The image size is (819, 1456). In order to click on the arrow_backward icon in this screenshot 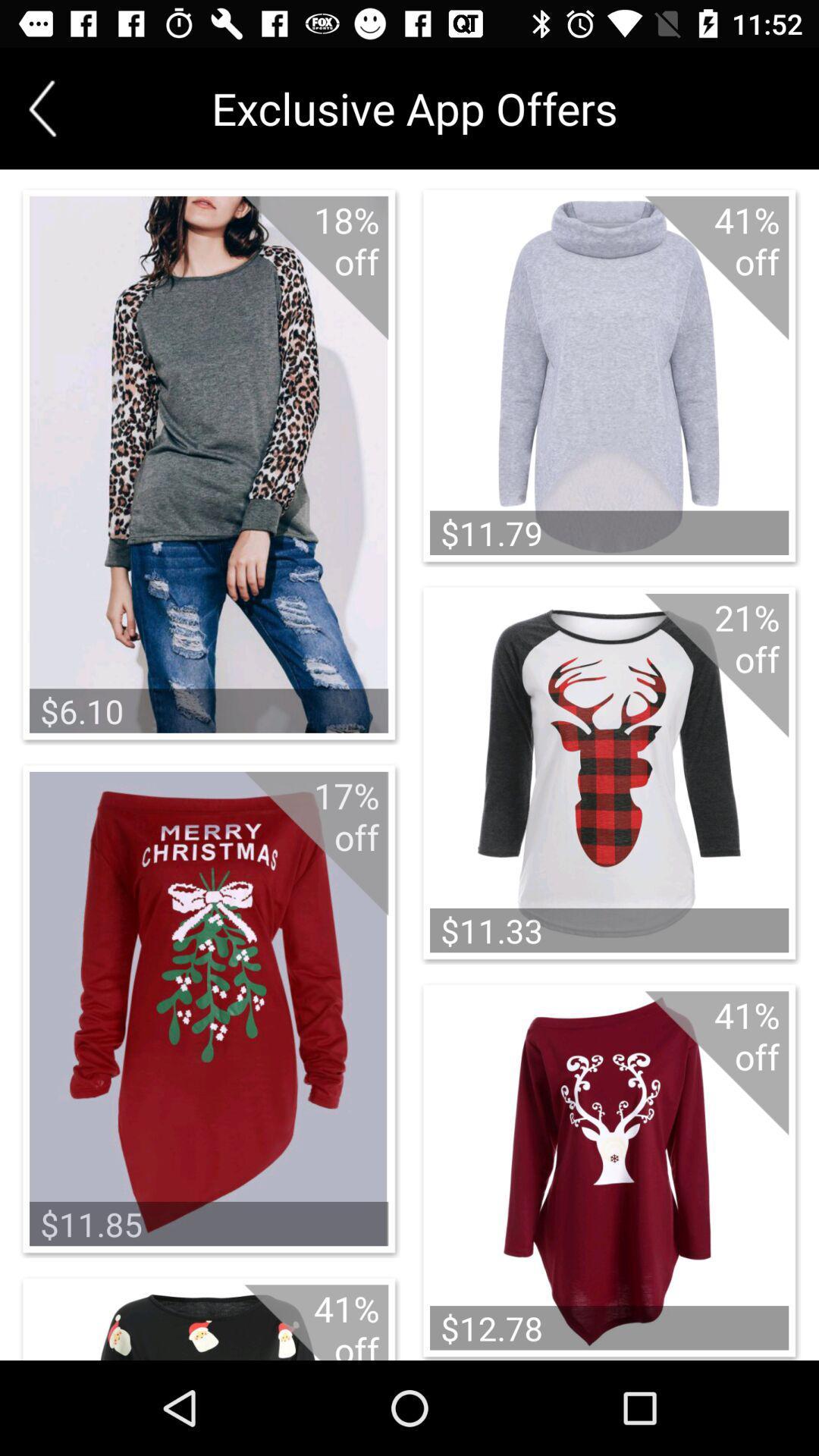, I will do `click(42, 108)`.